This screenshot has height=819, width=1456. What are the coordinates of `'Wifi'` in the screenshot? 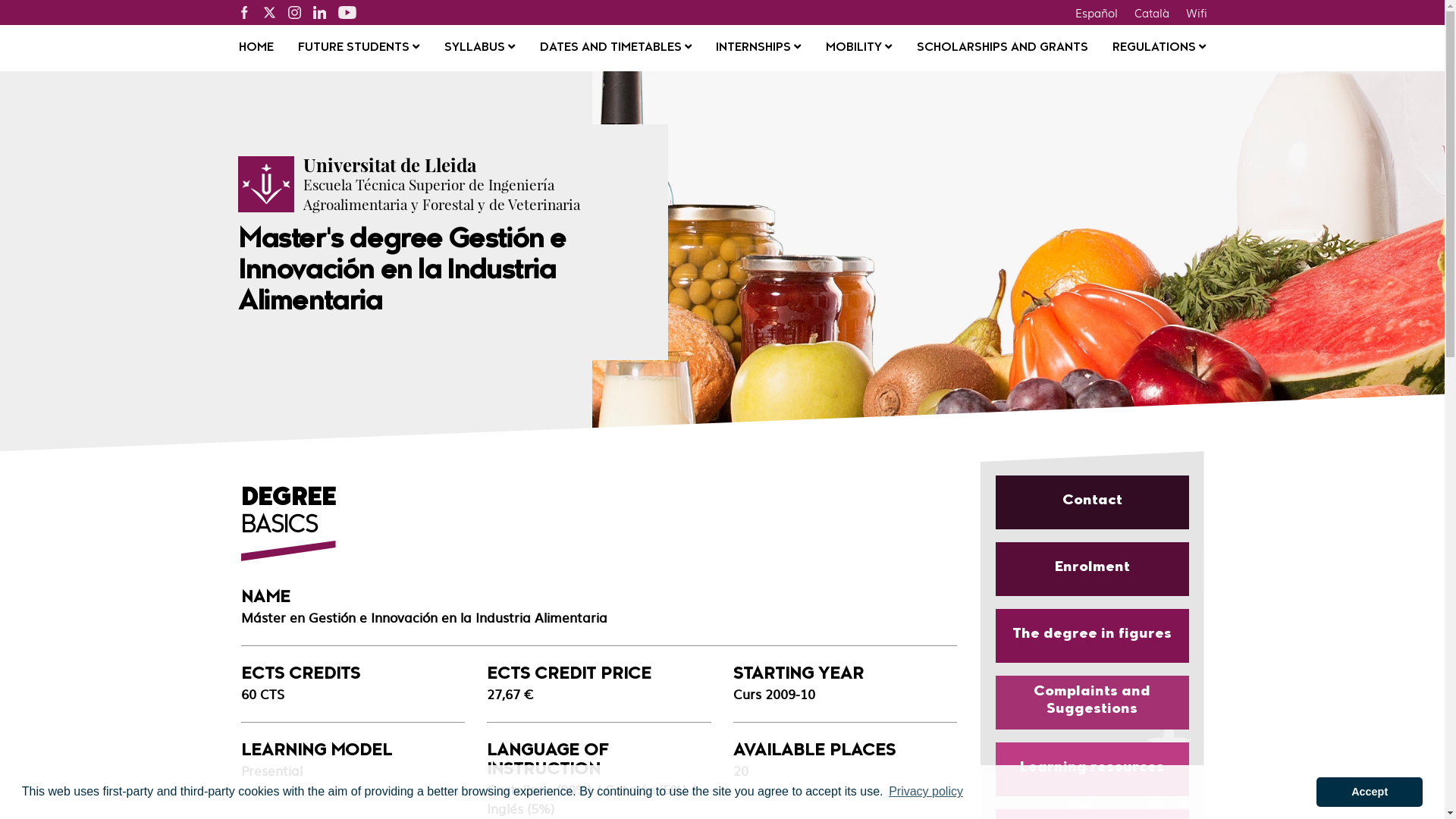 It's located at (1195, 11).